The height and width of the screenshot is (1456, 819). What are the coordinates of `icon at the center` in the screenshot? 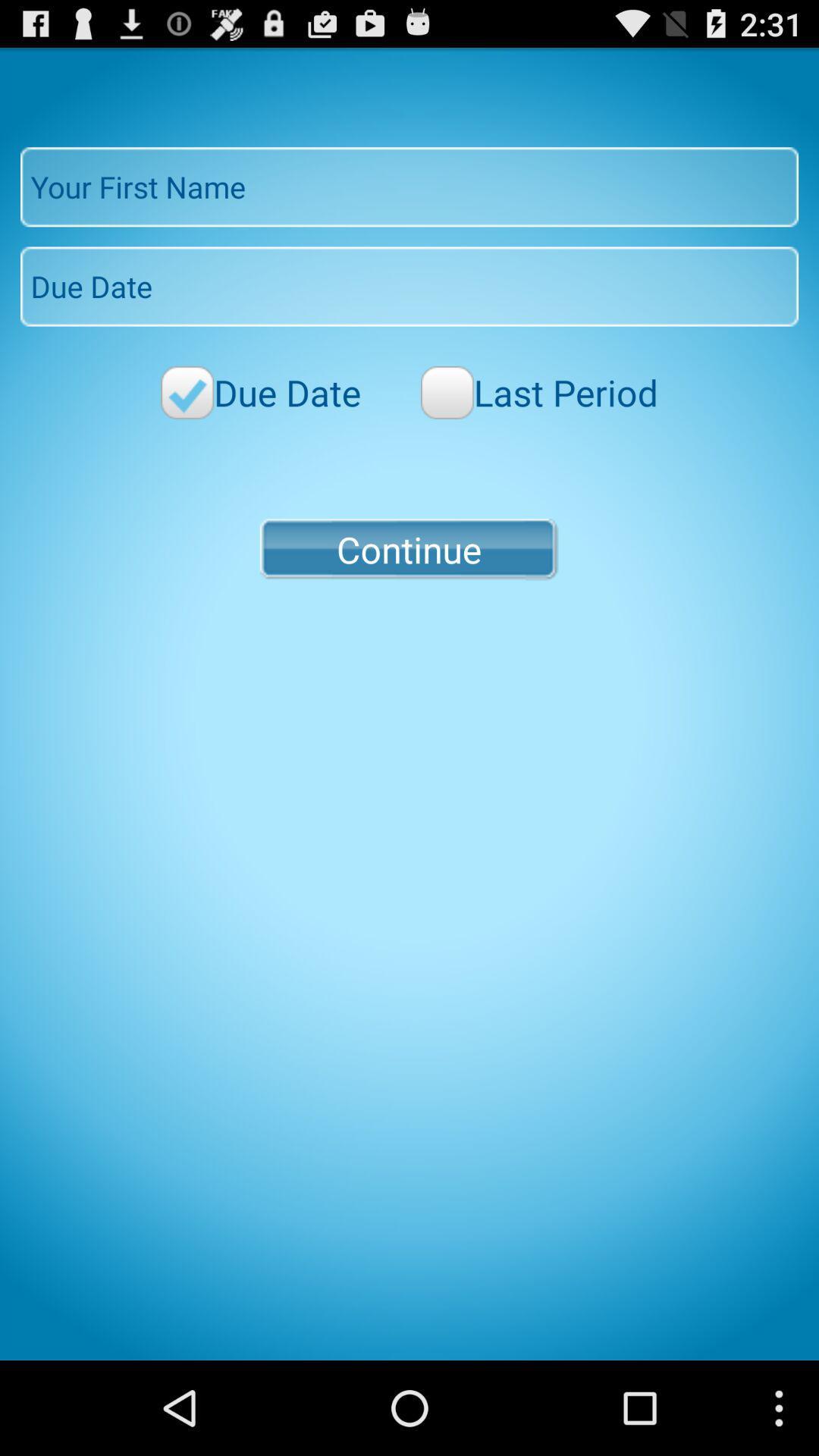 It's located at (408, 548).